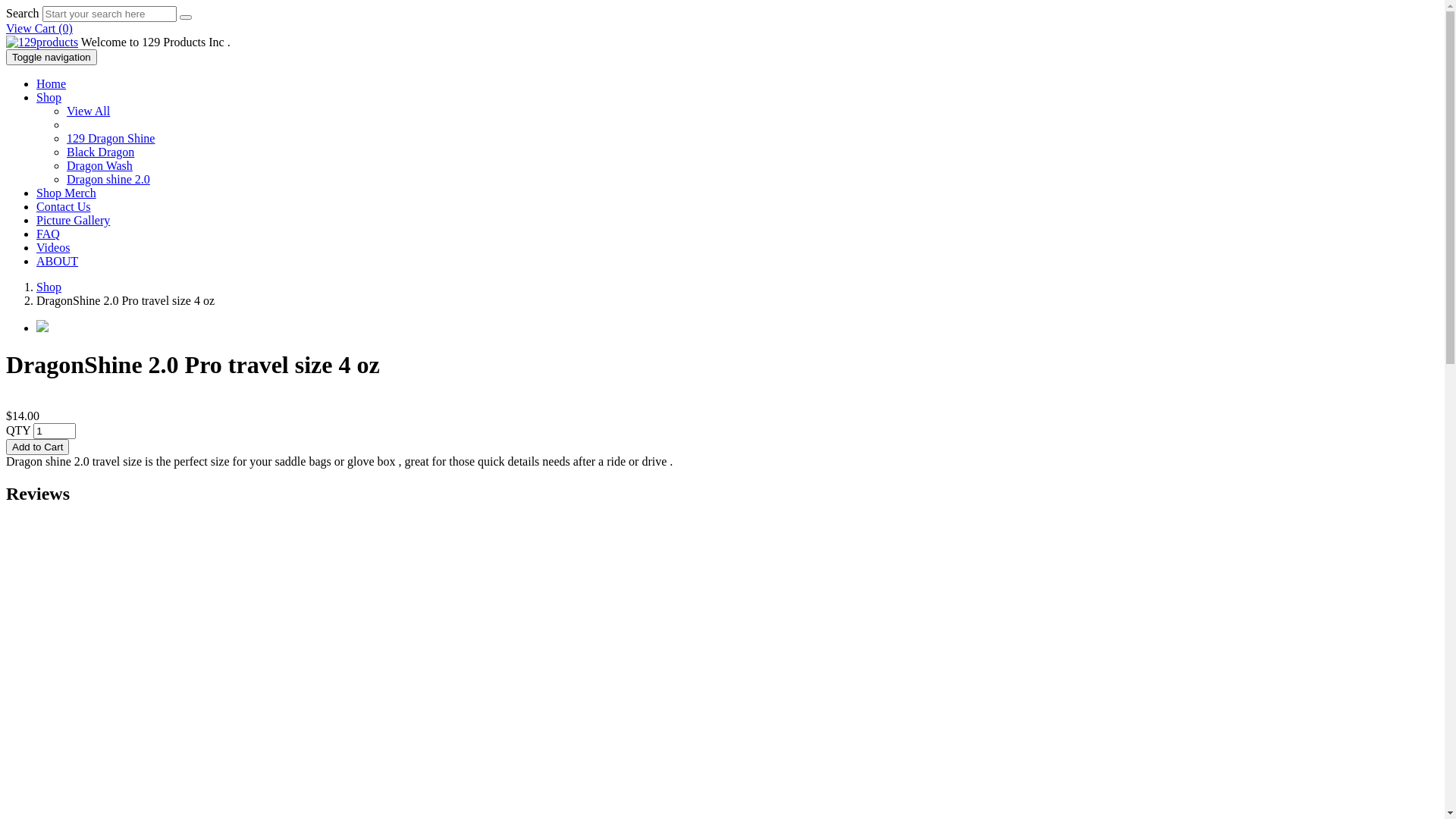  I want to click on 'Toggle navigation', so click(6, 56).